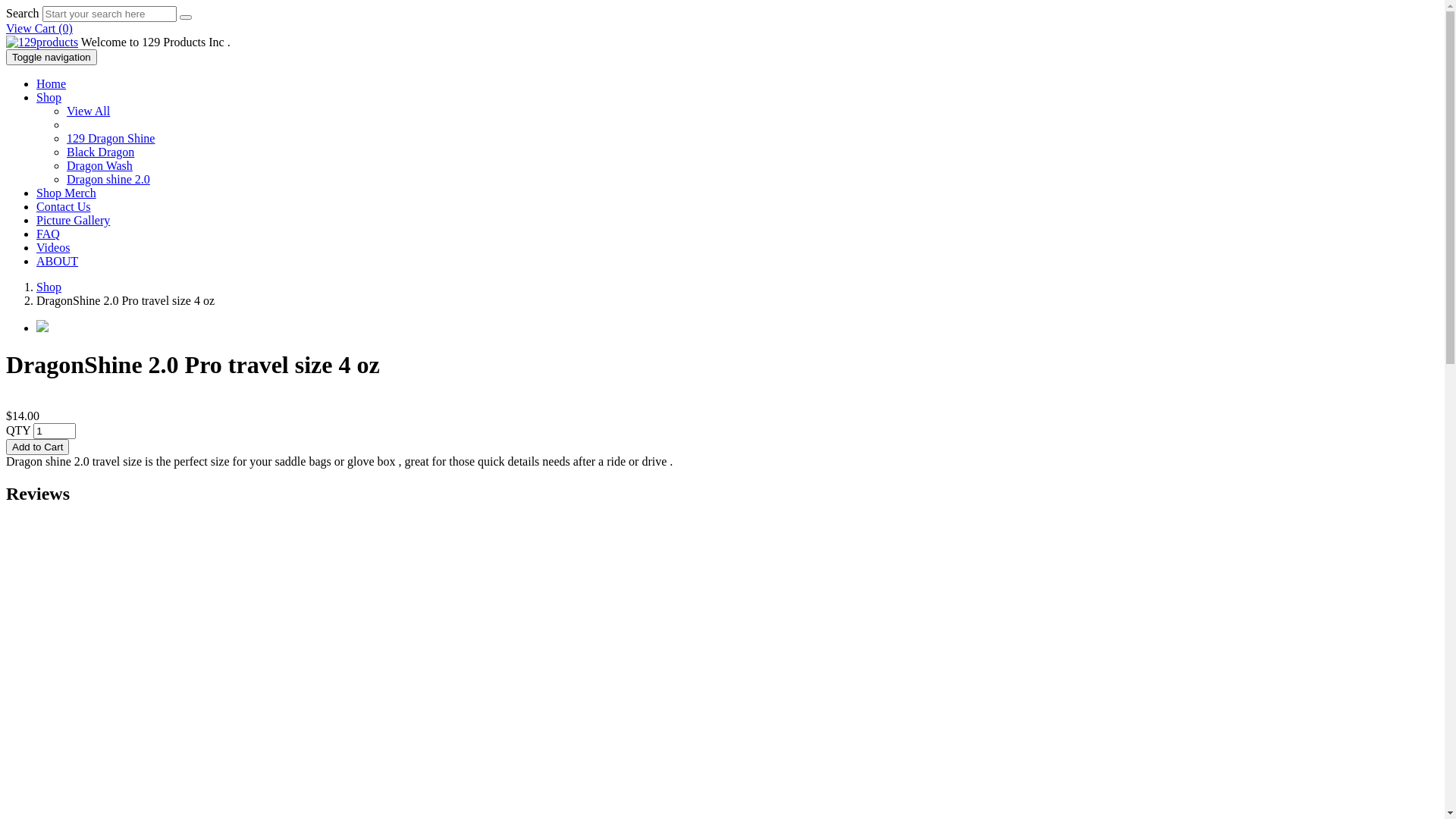  I want to click on 'Toggle navigation', so click(6, 56).